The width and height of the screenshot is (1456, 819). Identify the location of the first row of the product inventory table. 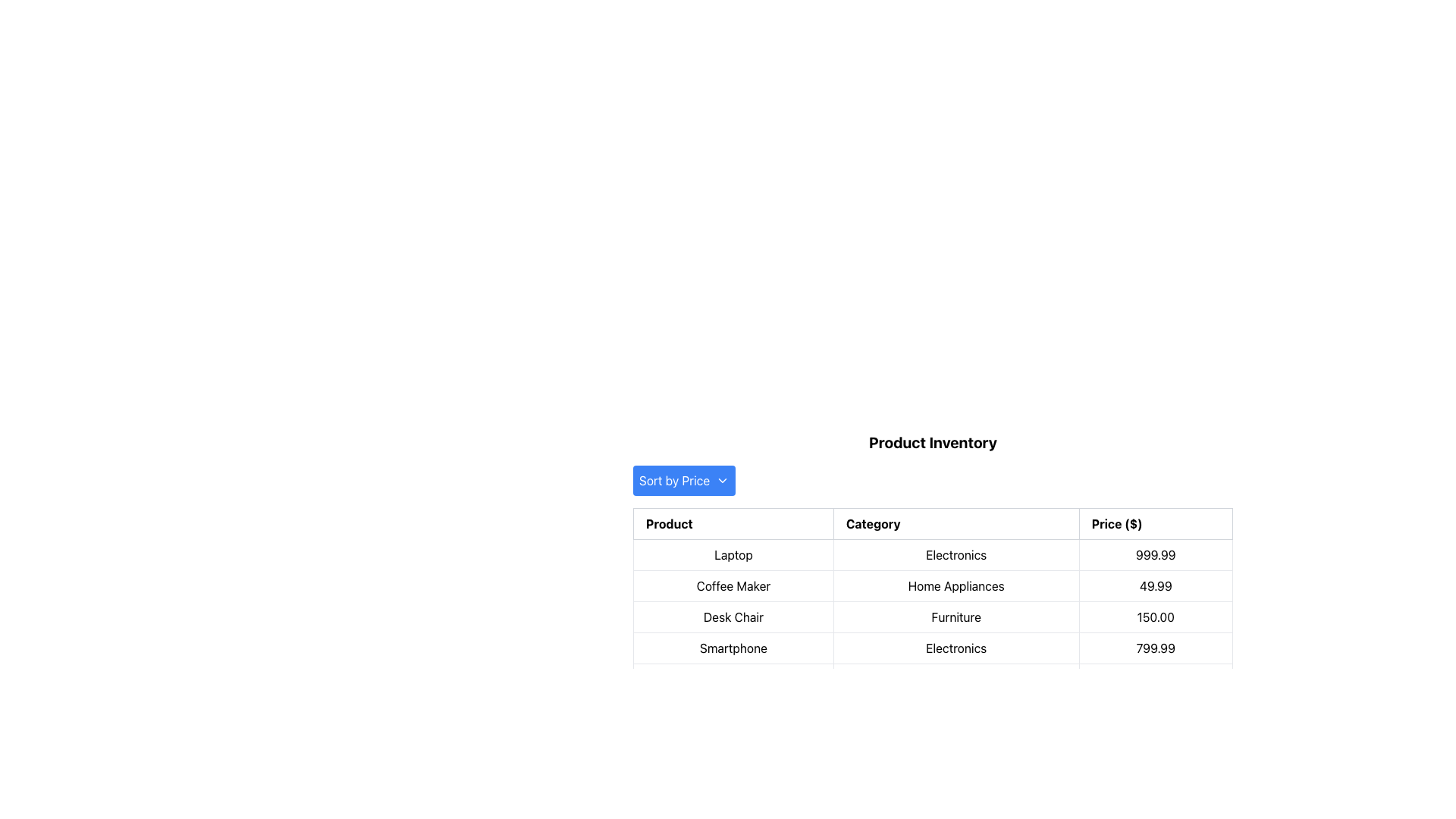
(932, 555).